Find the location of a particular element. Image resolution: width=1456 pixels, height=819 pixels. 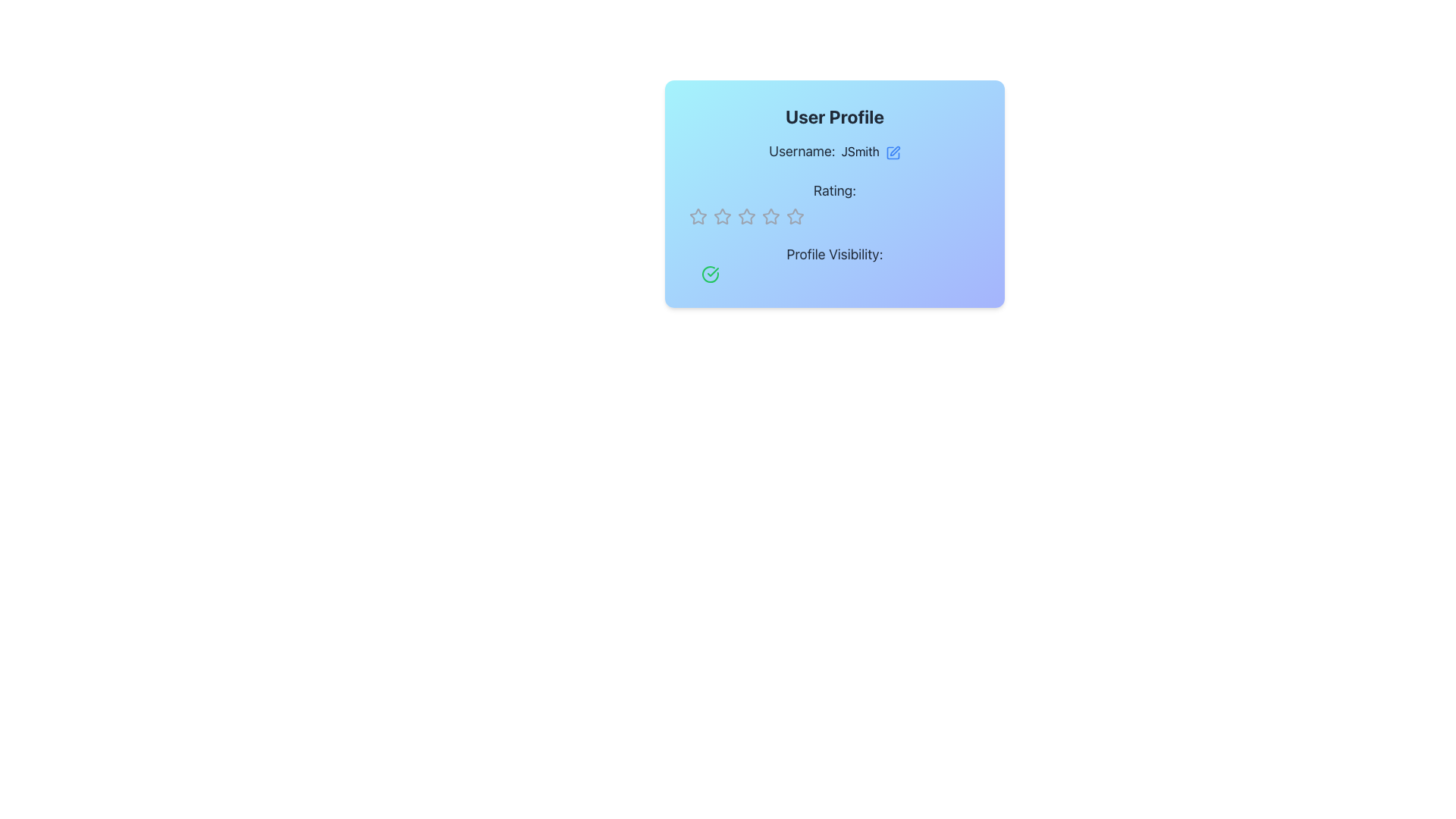

the third star icon in the rating interface is located at coordinates (746, 216).